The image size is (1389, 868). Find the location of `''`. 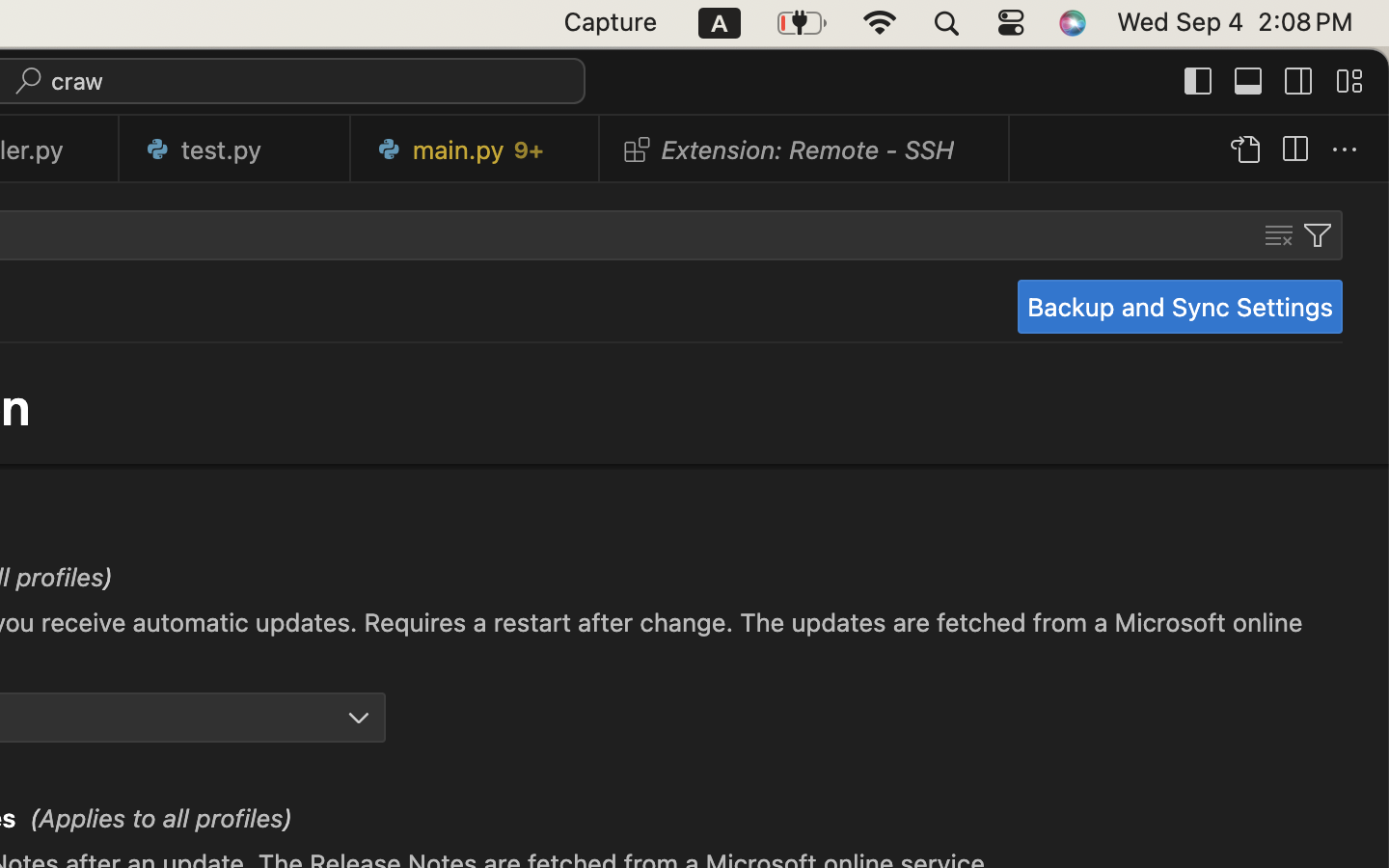

'' is located at coordinates (1243, 149).